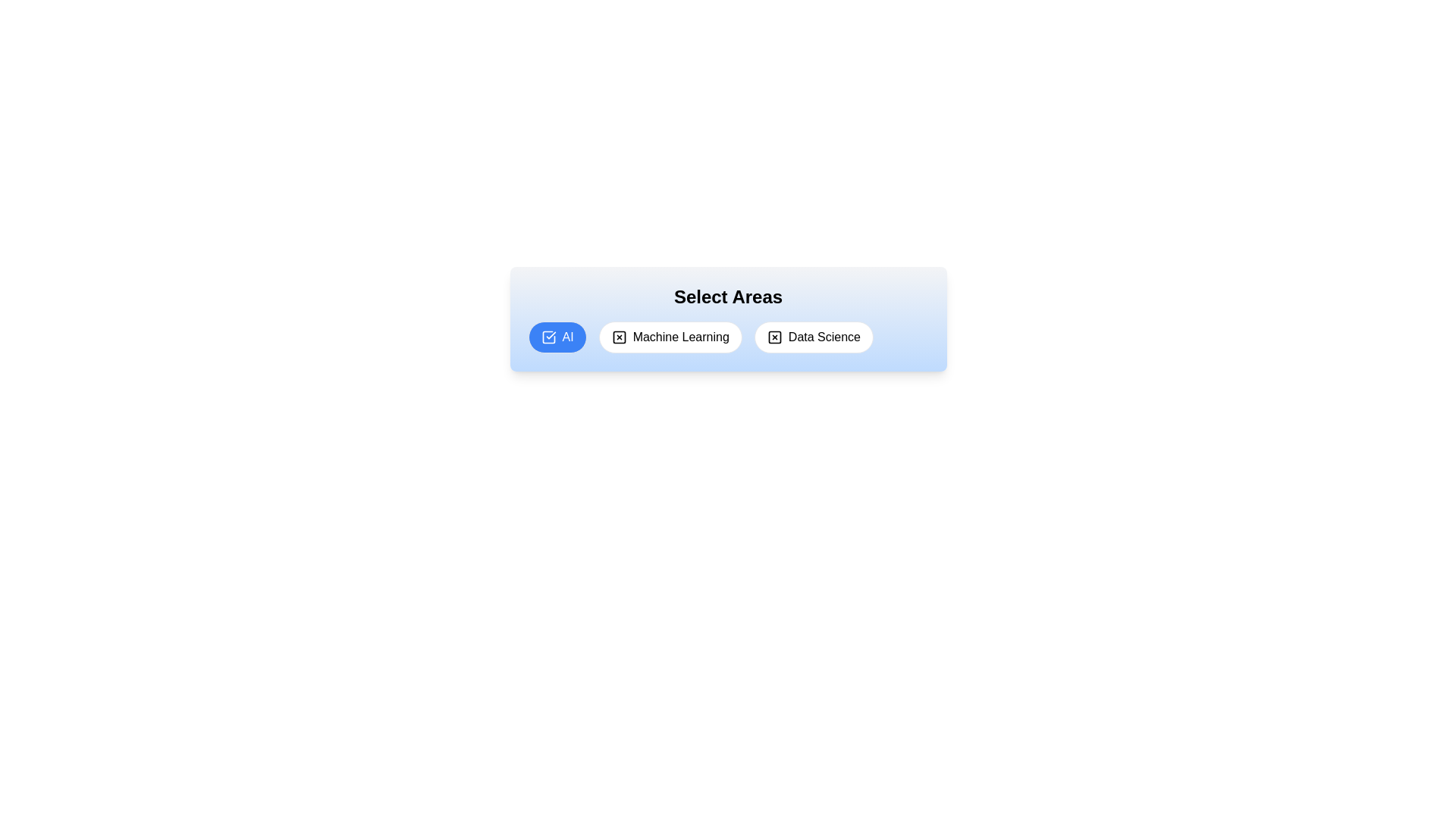  Describe the element at coordinates (813, 336) in the screenshot. I see `the tag Data Science to observe its hover effect` at that location.